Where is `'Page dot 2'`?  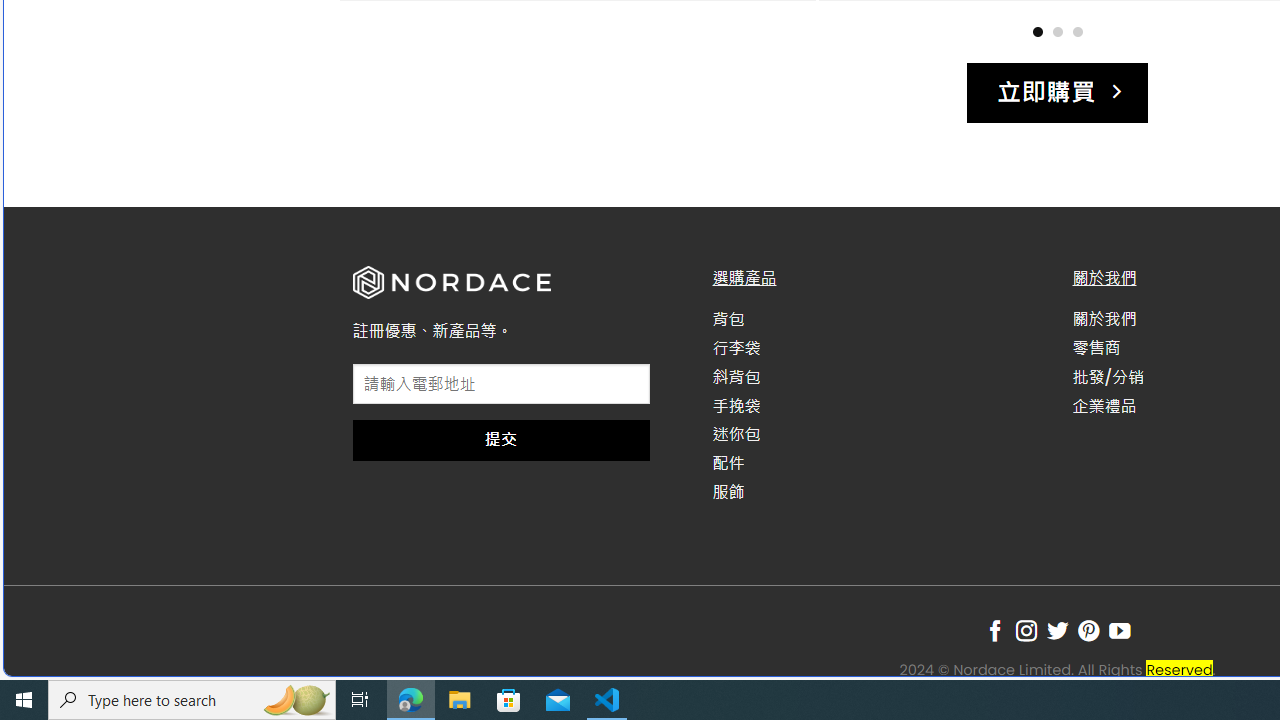
'Page dot 2' is located at coordinates (1056, 31).